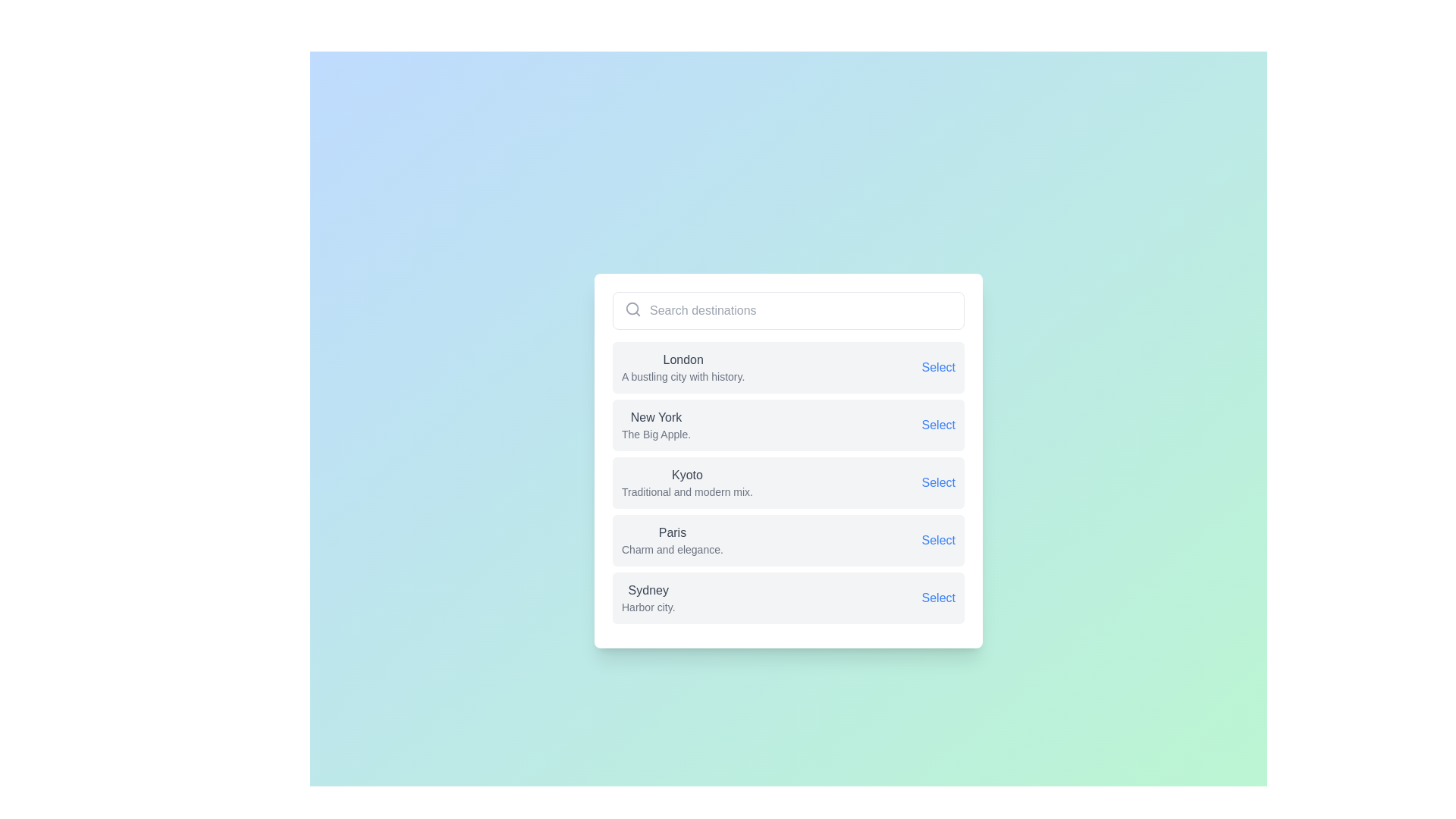 The width and height of the screenshot is (1456, 819). What do you see at coordinates (656, 425) in the screenshot?
I see `the Text label providing information about the city 'New York' located in the second item of a list-like structure in the central portion of the interface` at bounding box center [656, 425].